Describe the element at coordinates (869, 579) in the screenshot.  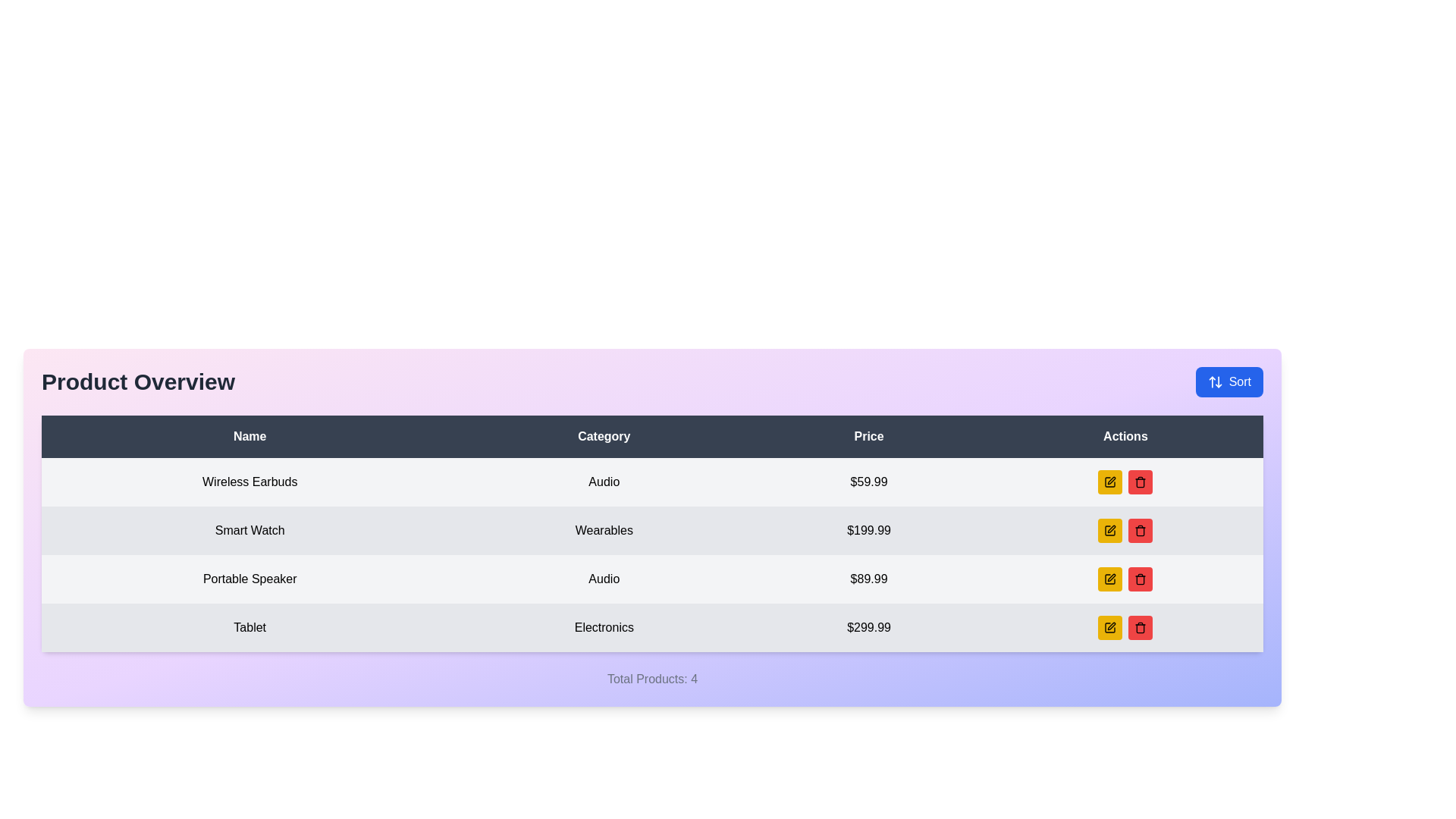
I see `the Text Label displaying the price of the 'Portable Speaker' located in the 'Price' column of its row` at that location.